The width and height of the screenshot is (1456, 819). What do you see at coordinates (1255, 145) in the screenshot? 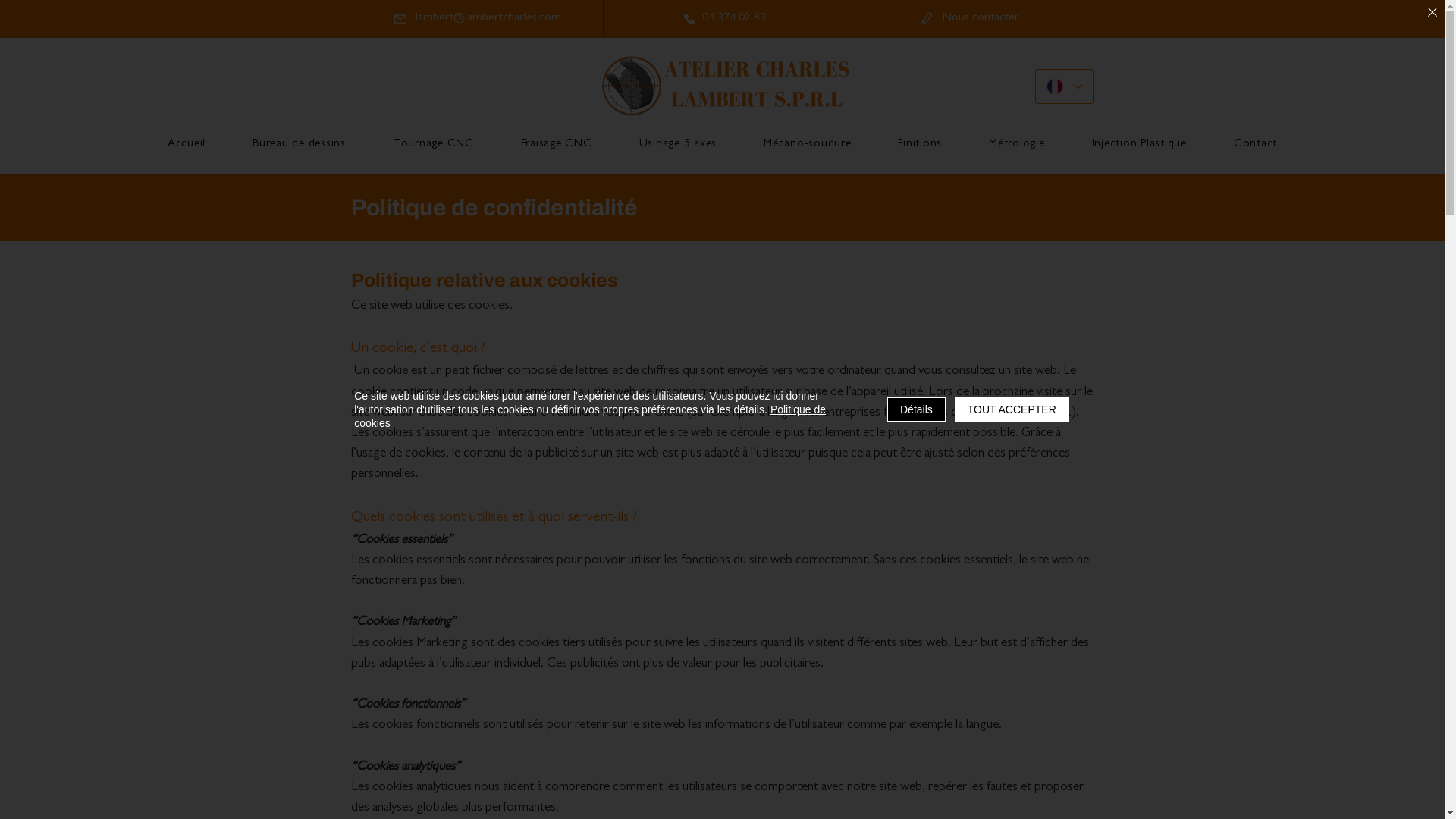
I see `'Contact'` at bounding box center [1255, 145].